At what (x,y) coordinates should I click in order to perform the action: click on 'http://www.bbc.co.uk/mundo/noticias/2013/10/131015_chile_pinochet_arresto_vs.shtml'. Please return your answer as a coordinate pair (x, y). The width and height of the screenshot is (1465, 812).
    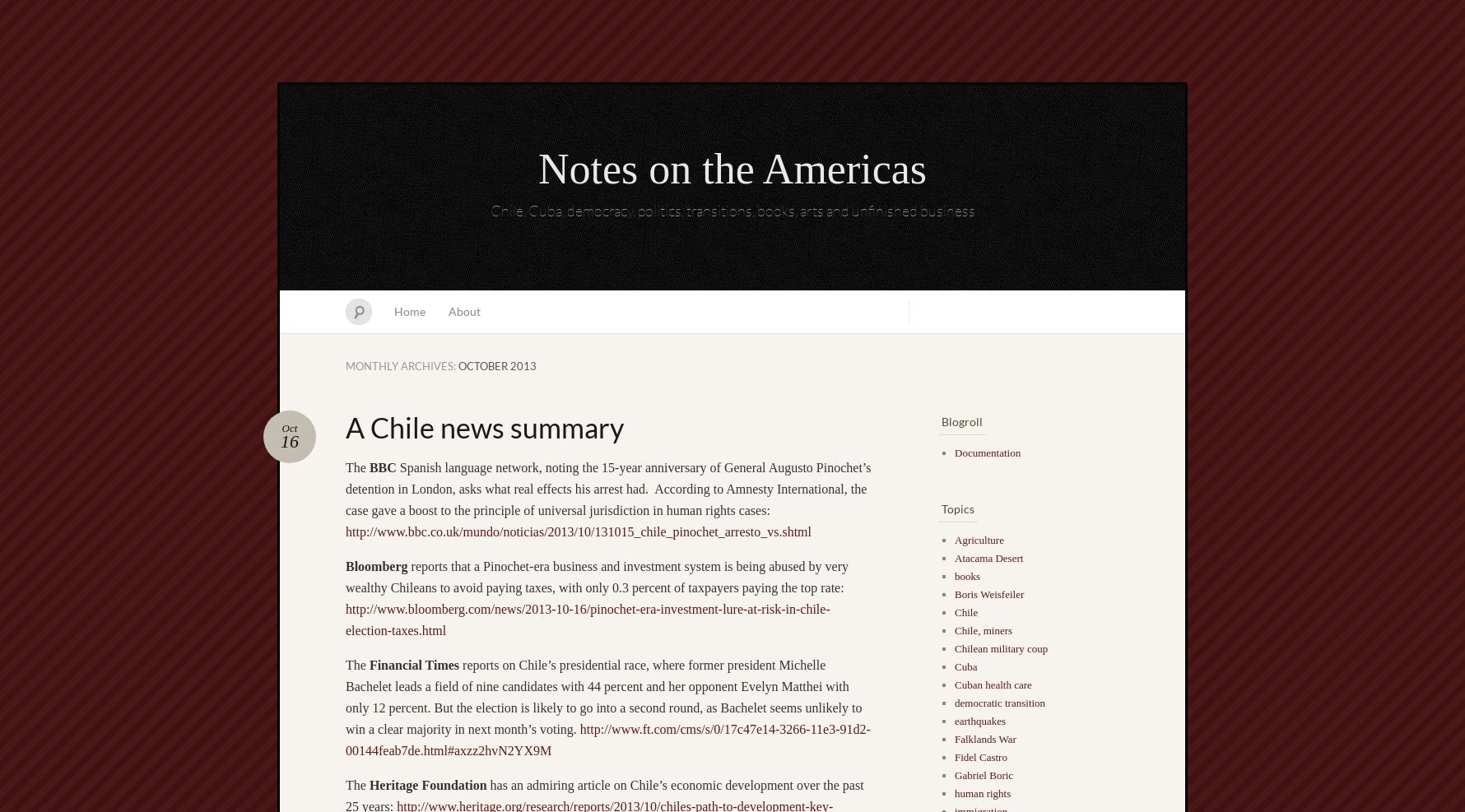
    Looking at the image, I should click on (577, 531).